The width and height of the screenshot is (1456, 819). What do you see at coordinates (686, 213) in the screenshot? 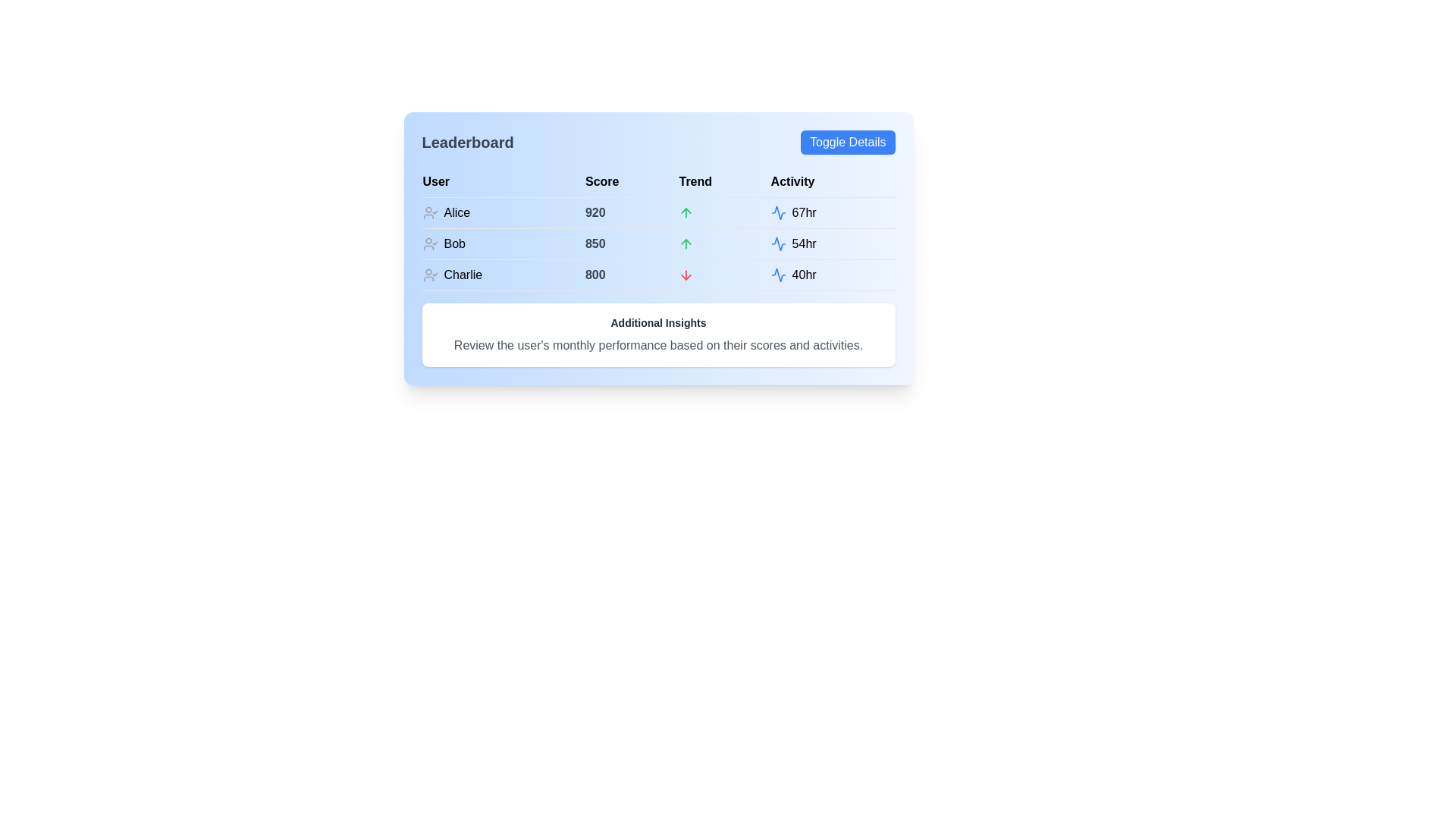
I see `the green upward arrow icon representing the trend for user 'Alice' in the leaderboard's 'Trend' column` at bounding box center [686, 213].